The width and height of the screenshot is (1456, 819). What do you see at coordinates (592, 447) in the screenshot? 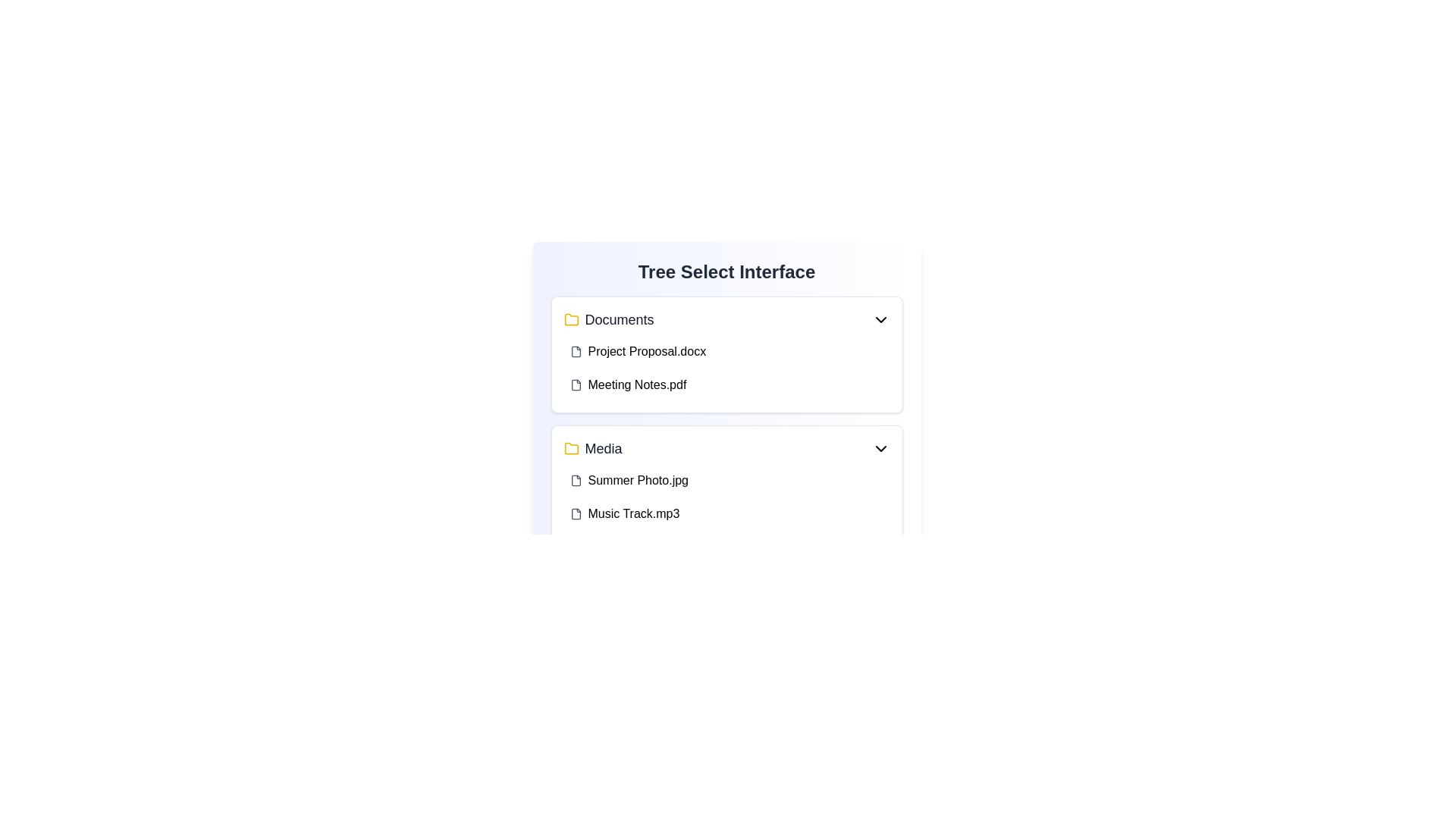
I see `the 'Media' folder item` at bounding box center [592, 447].